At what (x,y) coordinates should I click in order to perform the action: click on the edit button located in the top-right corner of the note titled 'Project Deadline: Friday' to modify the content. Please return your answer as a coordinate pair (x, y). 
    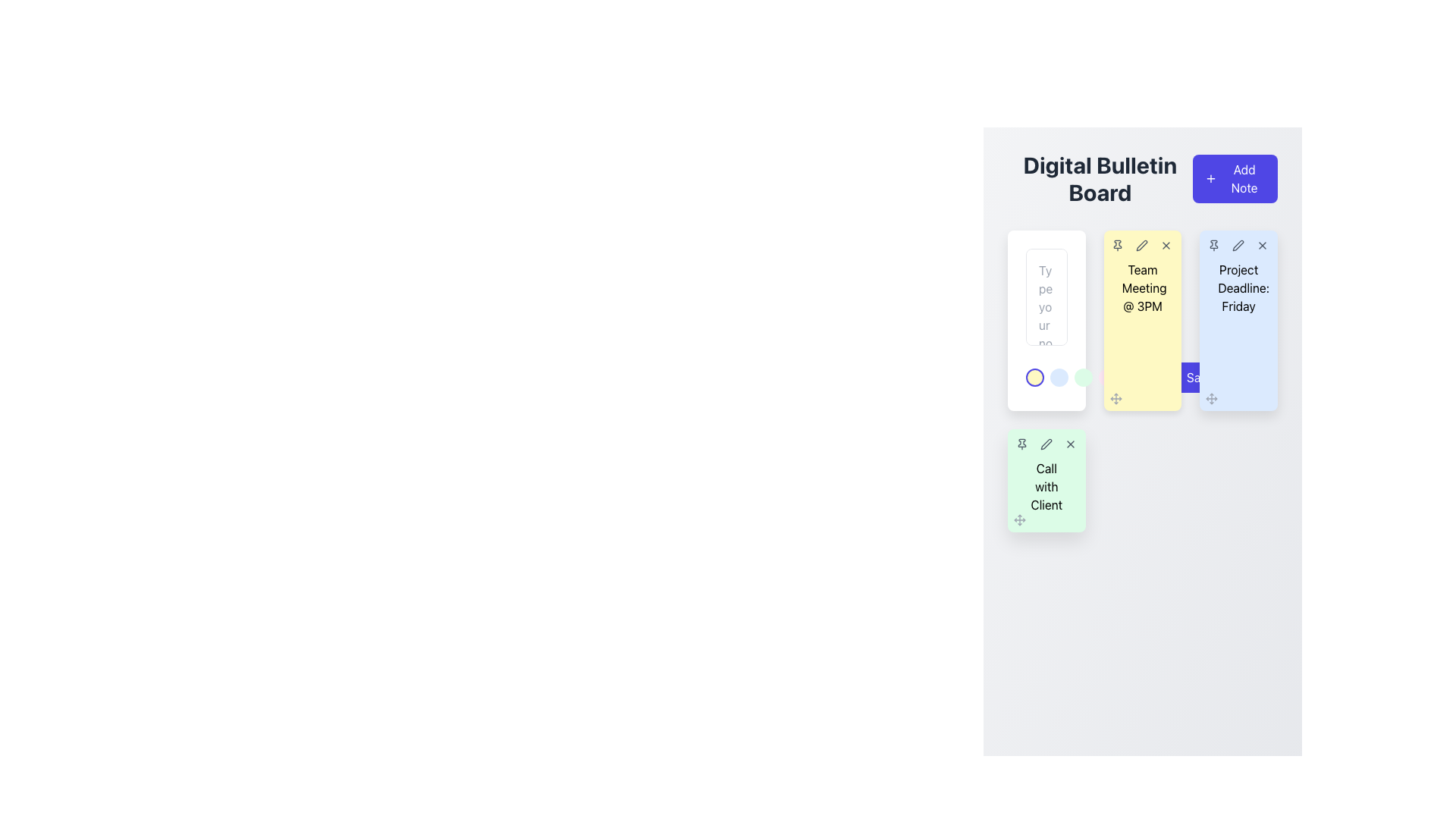
    Looking at the image, I should click on (1238, 245).